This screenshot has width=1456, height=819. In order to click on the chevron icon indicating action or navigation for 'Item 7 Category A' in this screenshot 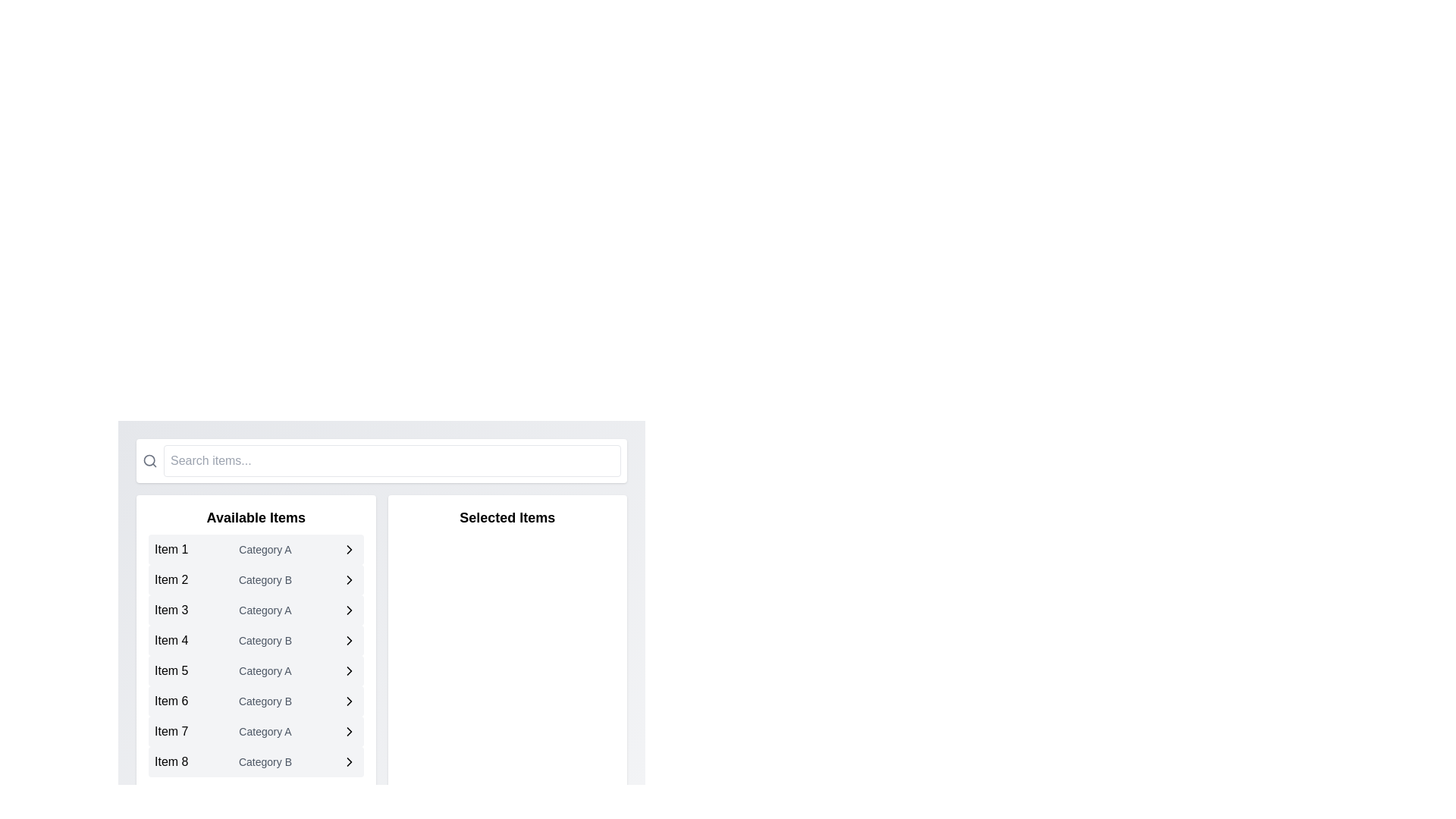, I will do `click(349, 730)`.